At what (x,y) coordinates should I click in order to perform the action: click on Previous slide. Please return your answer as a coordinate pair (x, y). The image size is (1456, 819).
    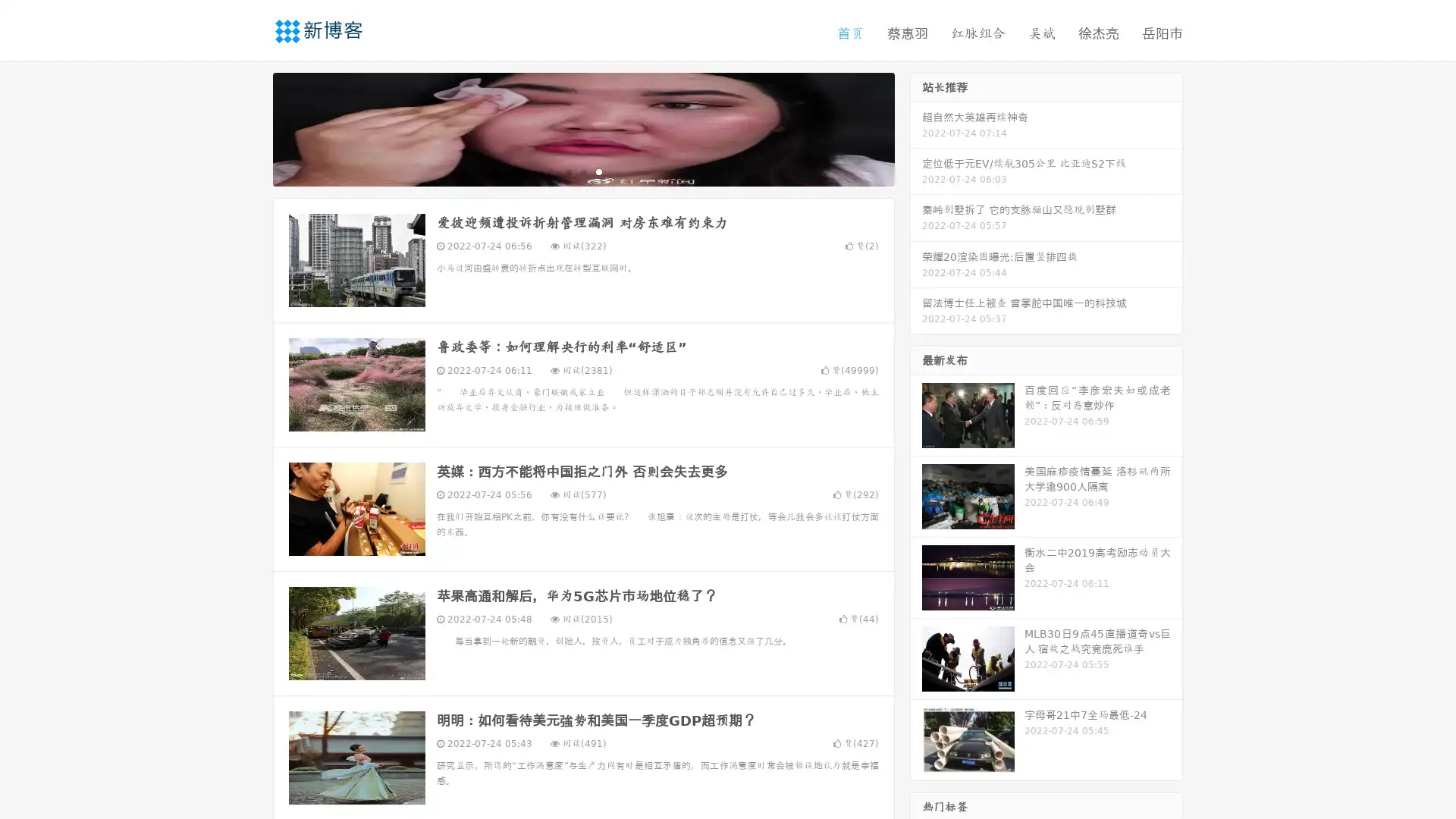
    Looking at the image, I should click on (250, 127).